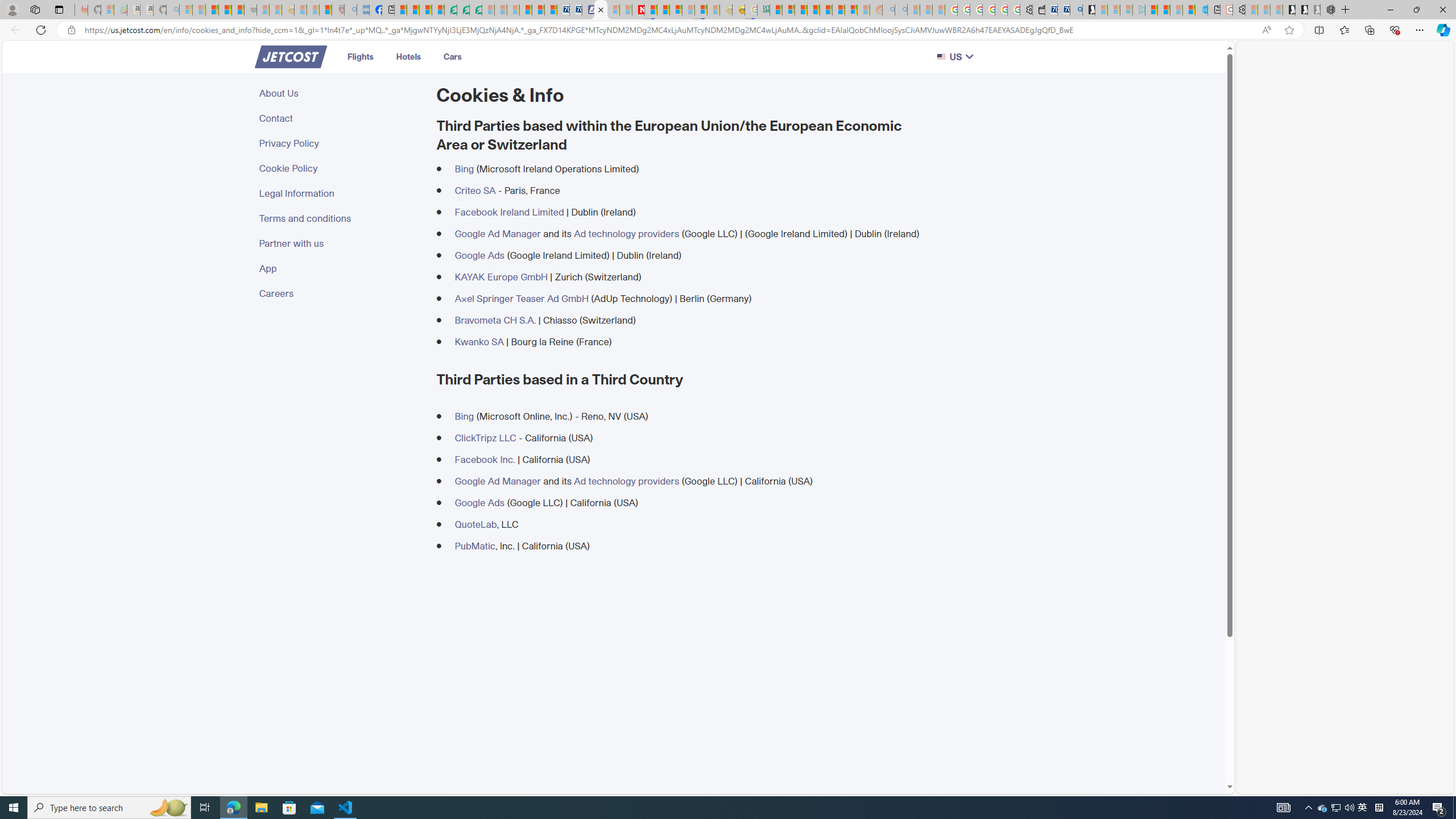 This screenshot has height=819, width=1456. I want to click on 'Terms of Use Agreement', so click(464, 9).